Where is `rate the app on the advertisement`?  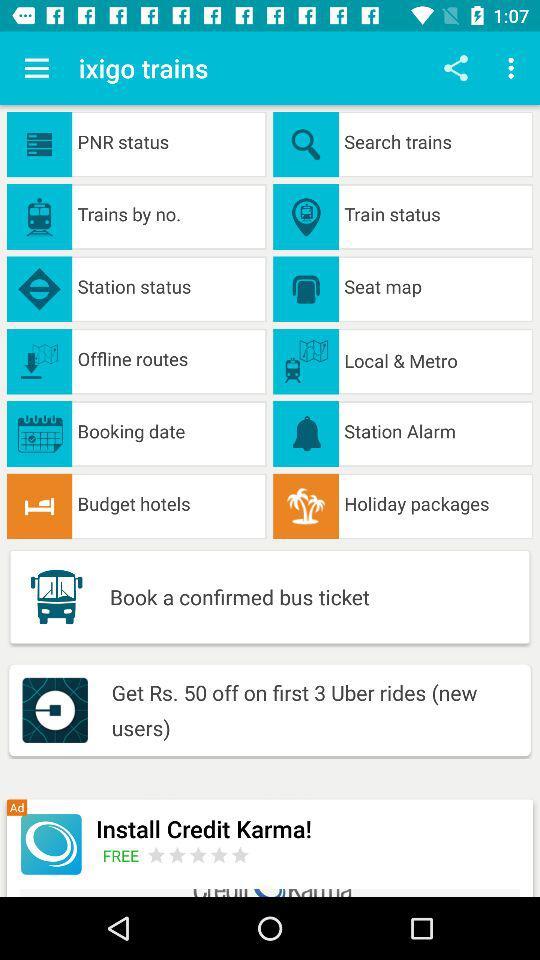
rate the app on the advertisement is located at coordinates (198, 854).